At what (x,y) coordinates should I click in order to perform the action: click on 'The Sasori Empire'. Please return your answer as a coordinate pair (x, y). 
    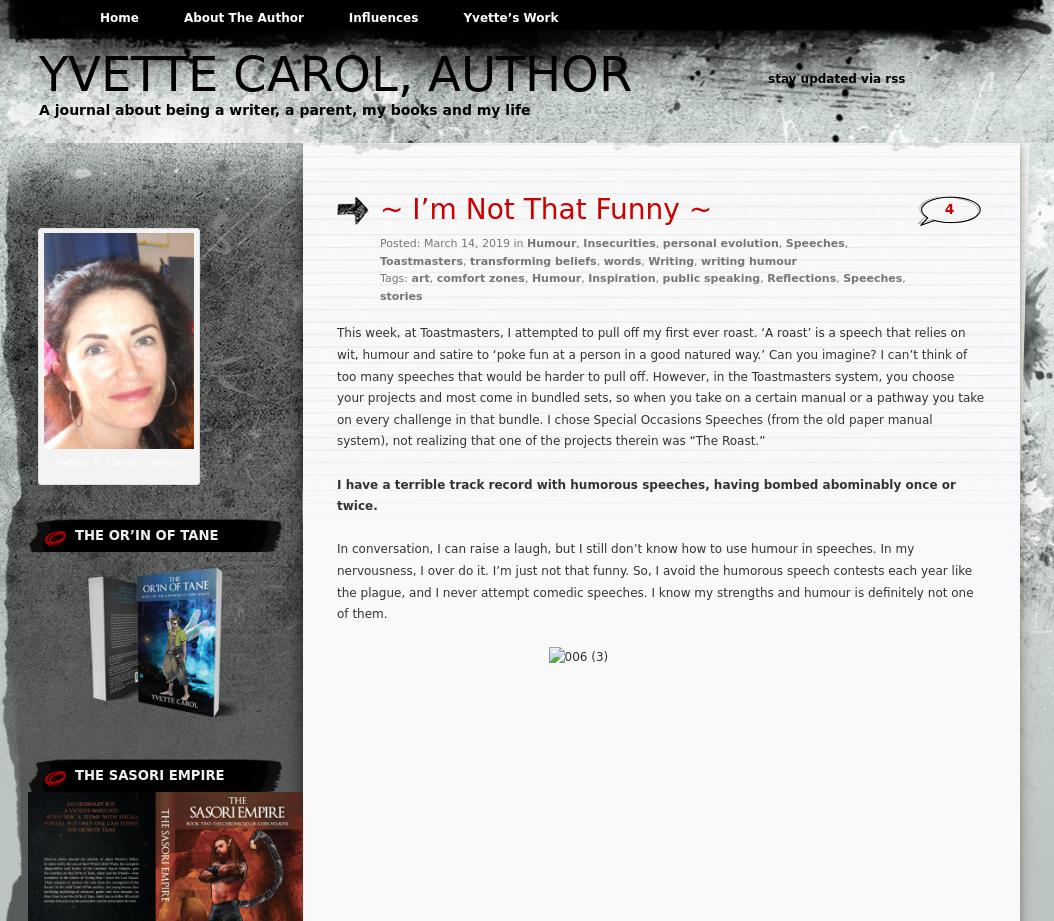
    Looking at the image, I should click on (74, 774).